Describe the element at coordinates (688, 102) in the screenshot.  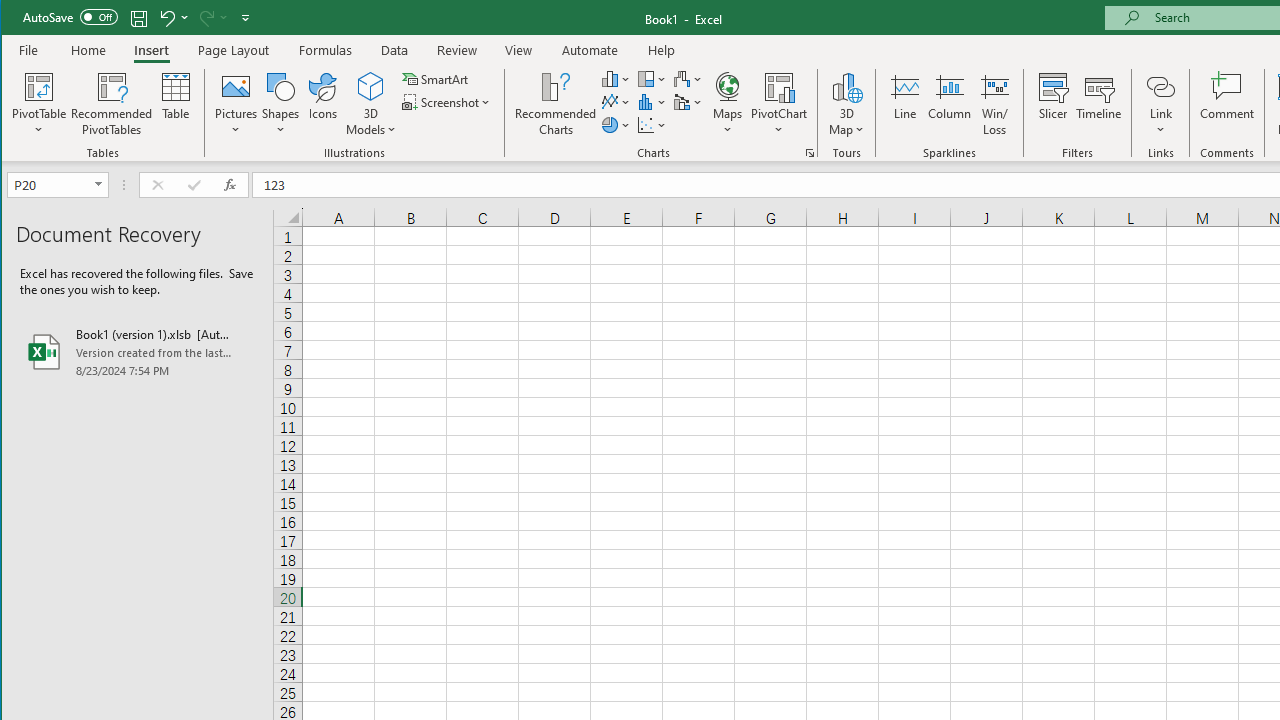
I see `'Insert Combo Chart'` at that location.